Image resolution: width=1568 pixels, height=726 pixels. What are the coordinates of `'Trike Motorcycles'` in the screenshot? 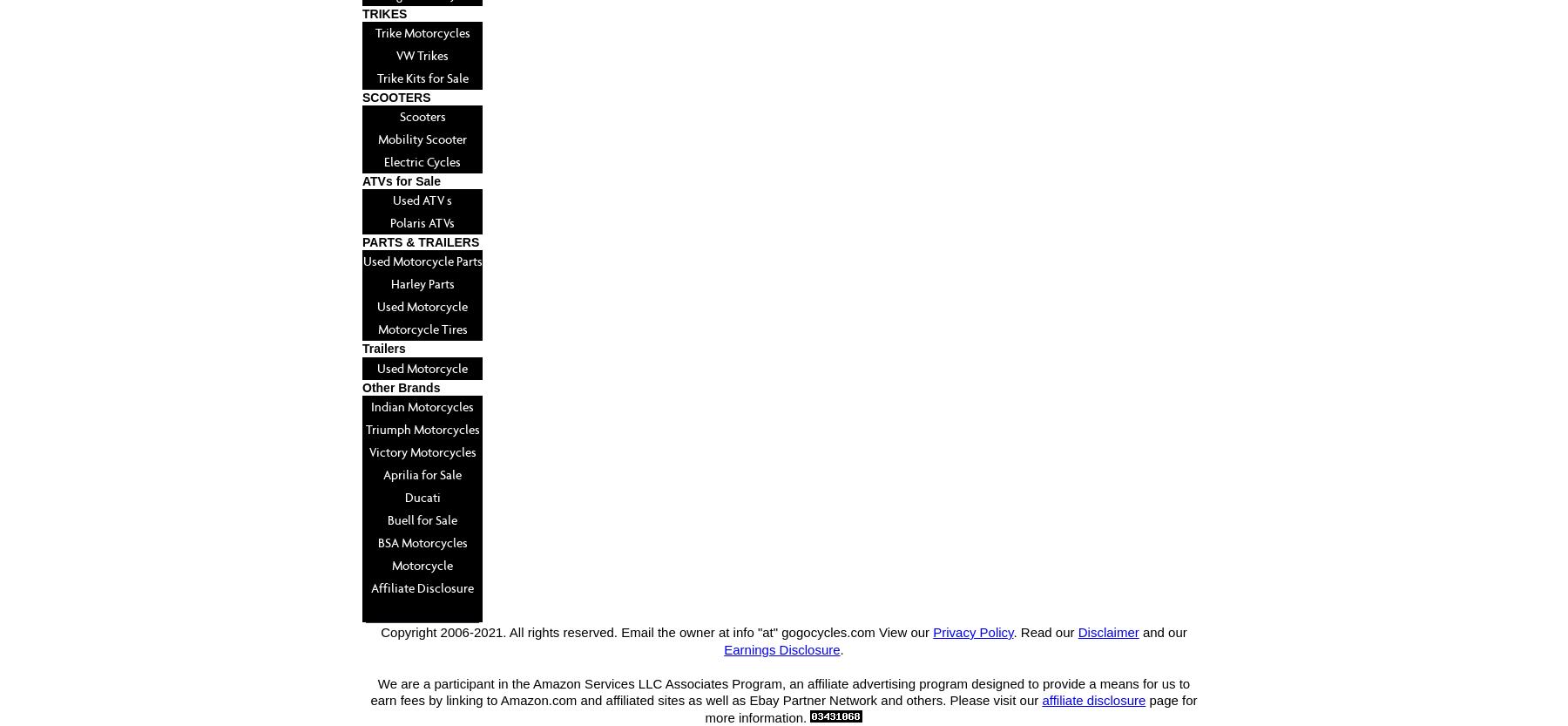 It's located at (421, 31).